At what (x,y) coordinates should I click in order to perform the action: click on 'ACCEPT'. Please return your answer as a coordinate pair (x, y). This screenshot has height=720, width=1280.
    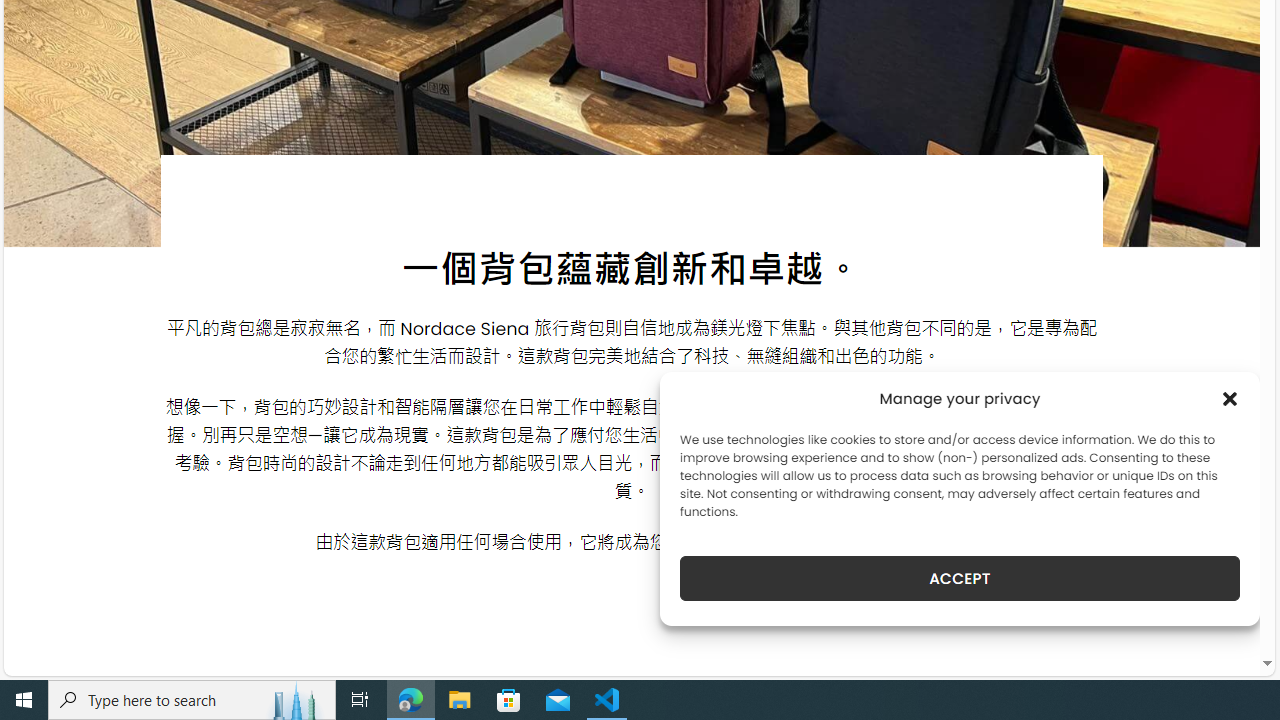
    Looking at the image, I should click on (960, 578).